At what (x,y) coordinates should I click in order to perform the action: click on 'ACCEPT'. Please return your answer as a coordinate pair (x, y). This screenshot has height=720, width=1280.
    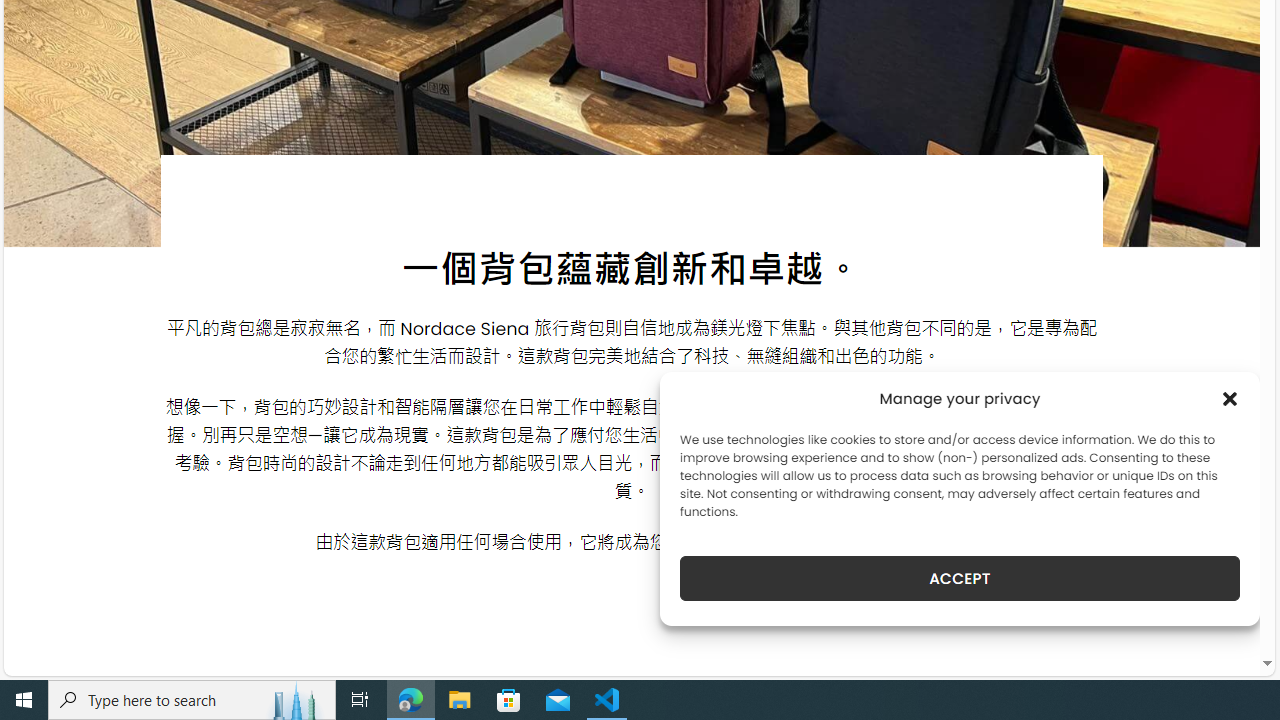
    Looking at the image, I should click on (960, 578).